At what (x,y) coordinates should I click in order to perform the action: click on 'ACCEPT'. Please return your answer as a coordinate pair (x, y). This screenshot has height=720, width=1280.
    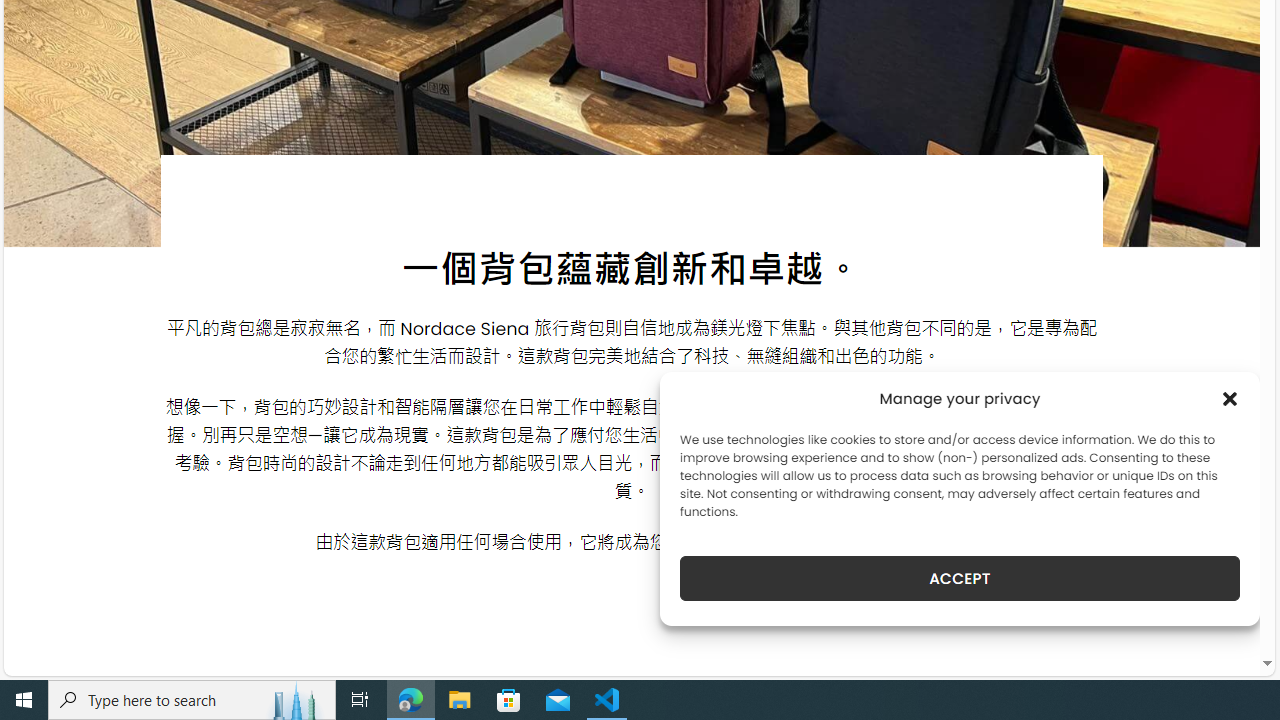
    Looking at the image, I should click on (960, 578).